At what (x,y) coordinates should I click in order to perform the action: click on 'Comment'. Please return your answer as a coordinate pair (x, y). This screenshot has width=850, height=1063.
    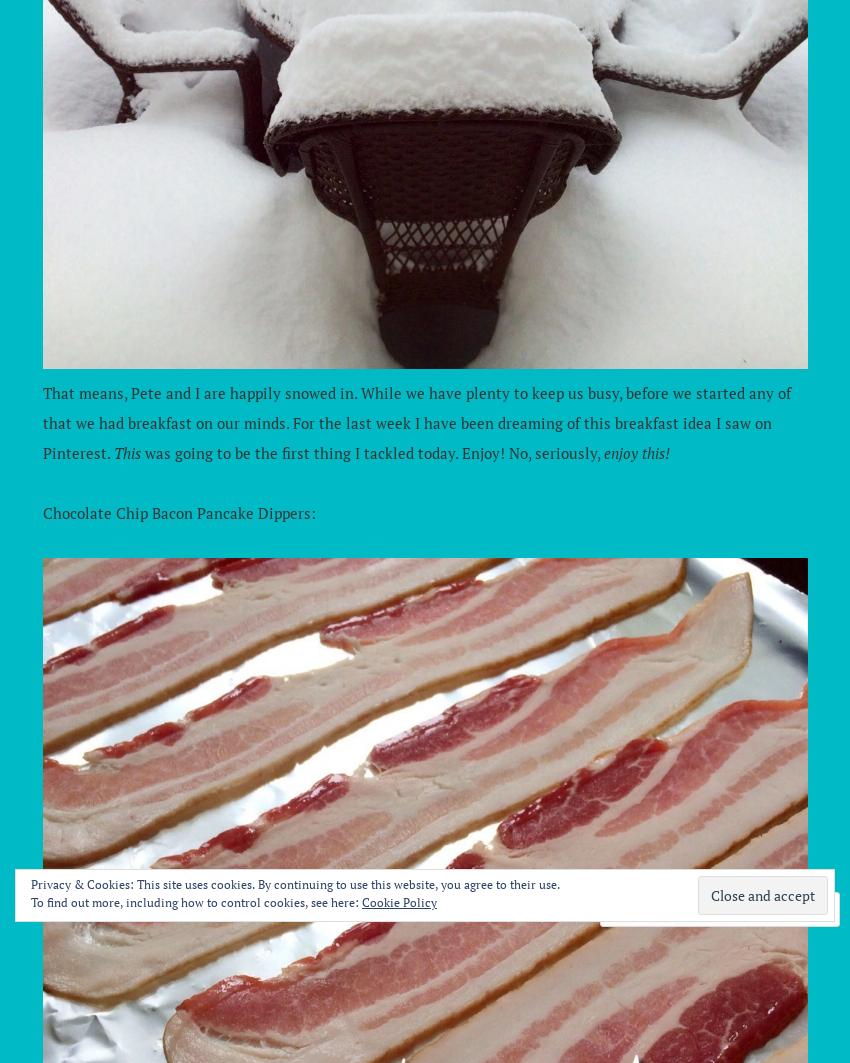
    Looking at the image, I should click on (667, 908).